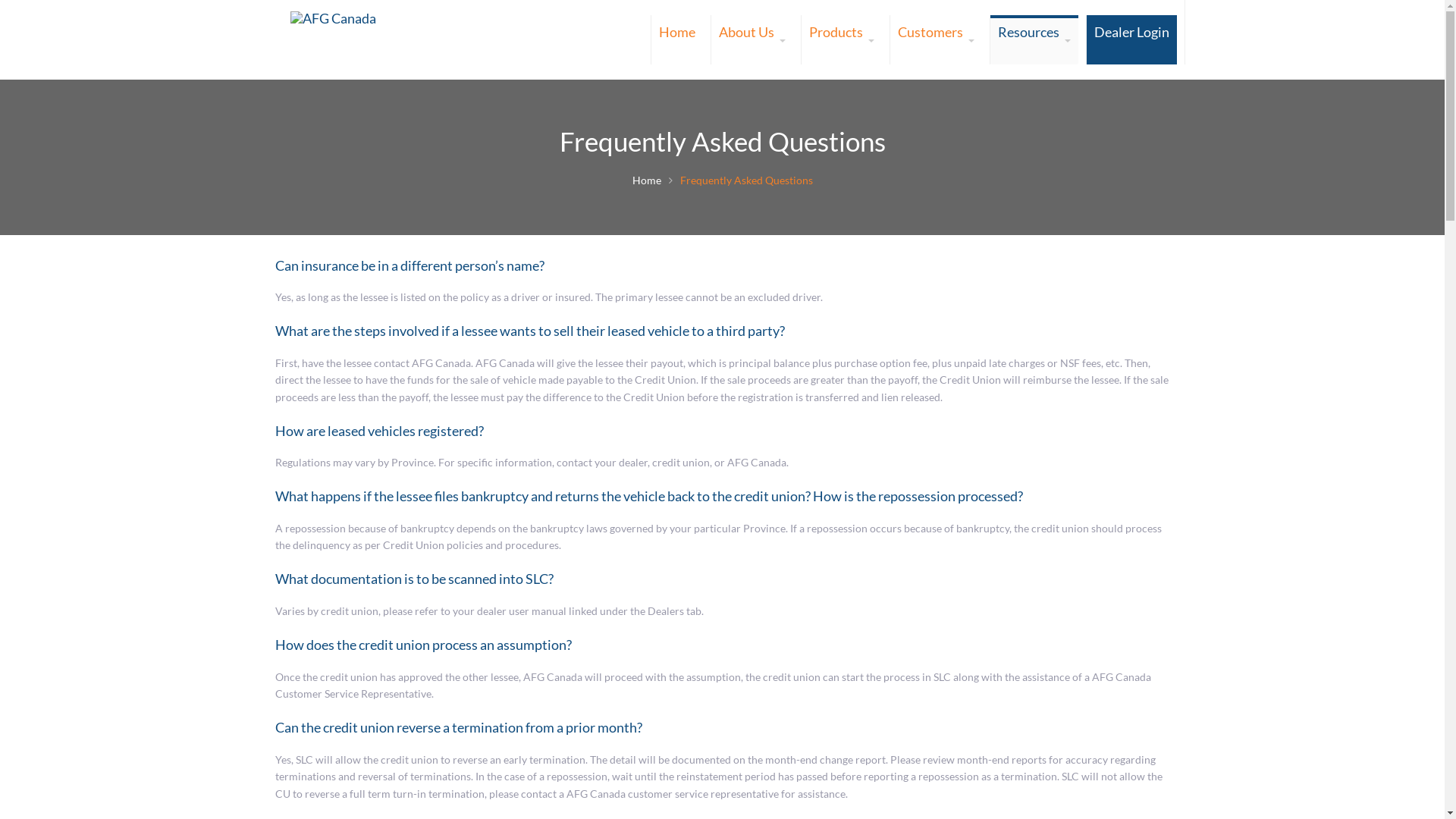  I want to click on 'Resources', so click(990, 39).